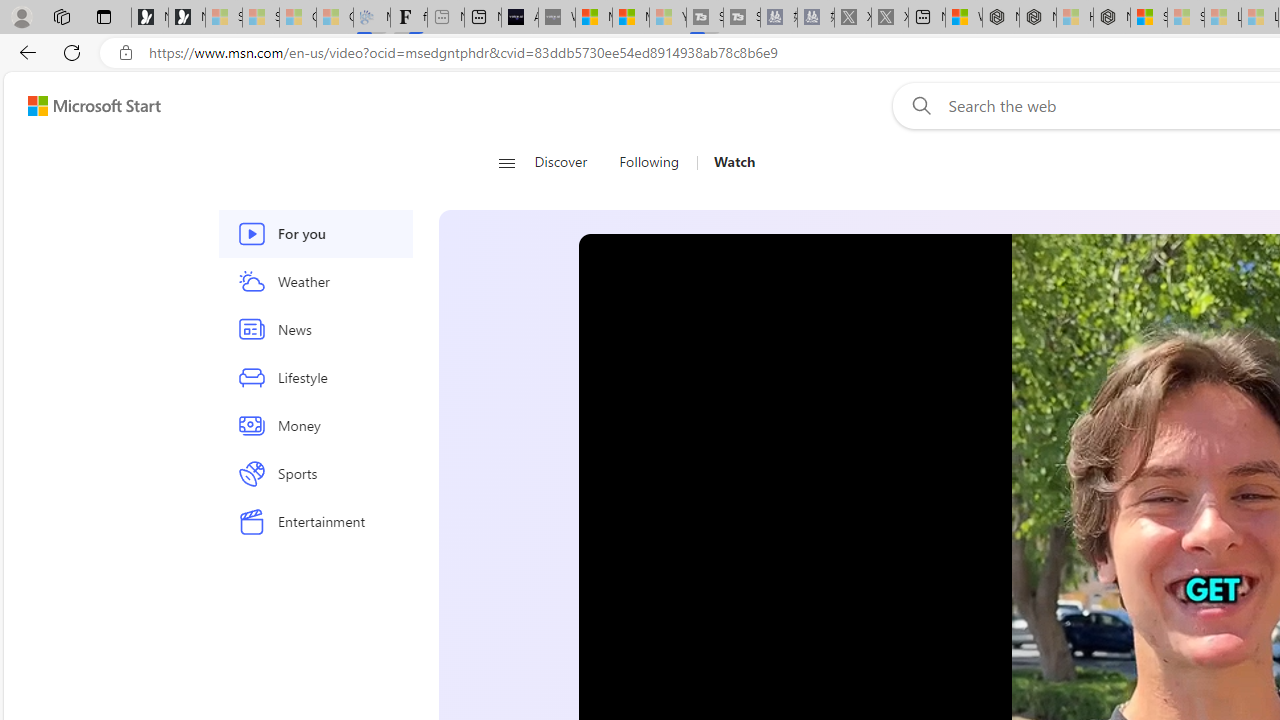  What do you see at coordinates (726, 162) in the screenshot?
I see `'Watch'` at bounding box center [726, 162].